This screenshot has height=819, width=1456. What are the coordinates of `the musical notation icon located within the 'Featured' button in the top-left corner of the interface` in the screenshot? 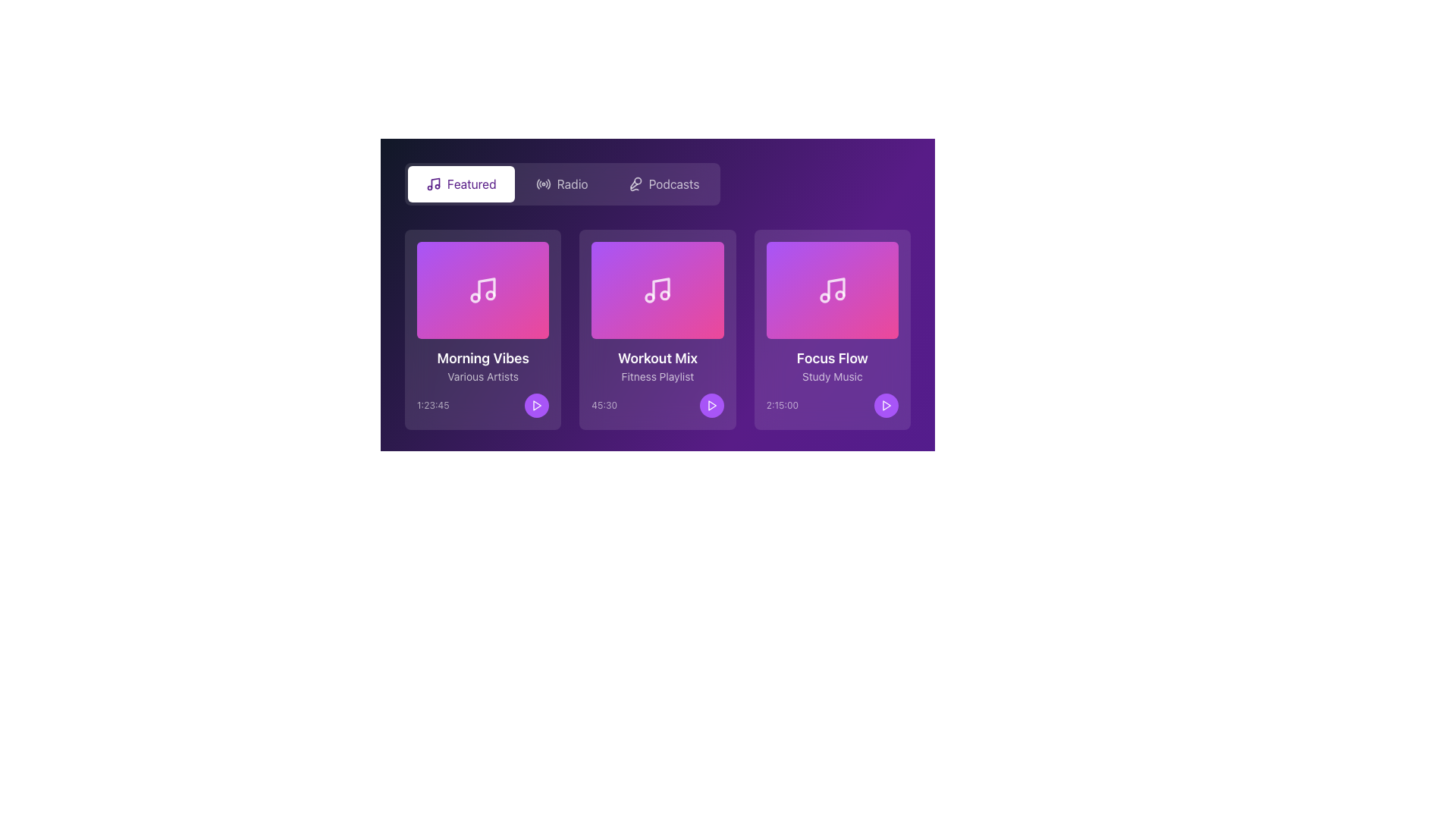 It's located at (435, 182).